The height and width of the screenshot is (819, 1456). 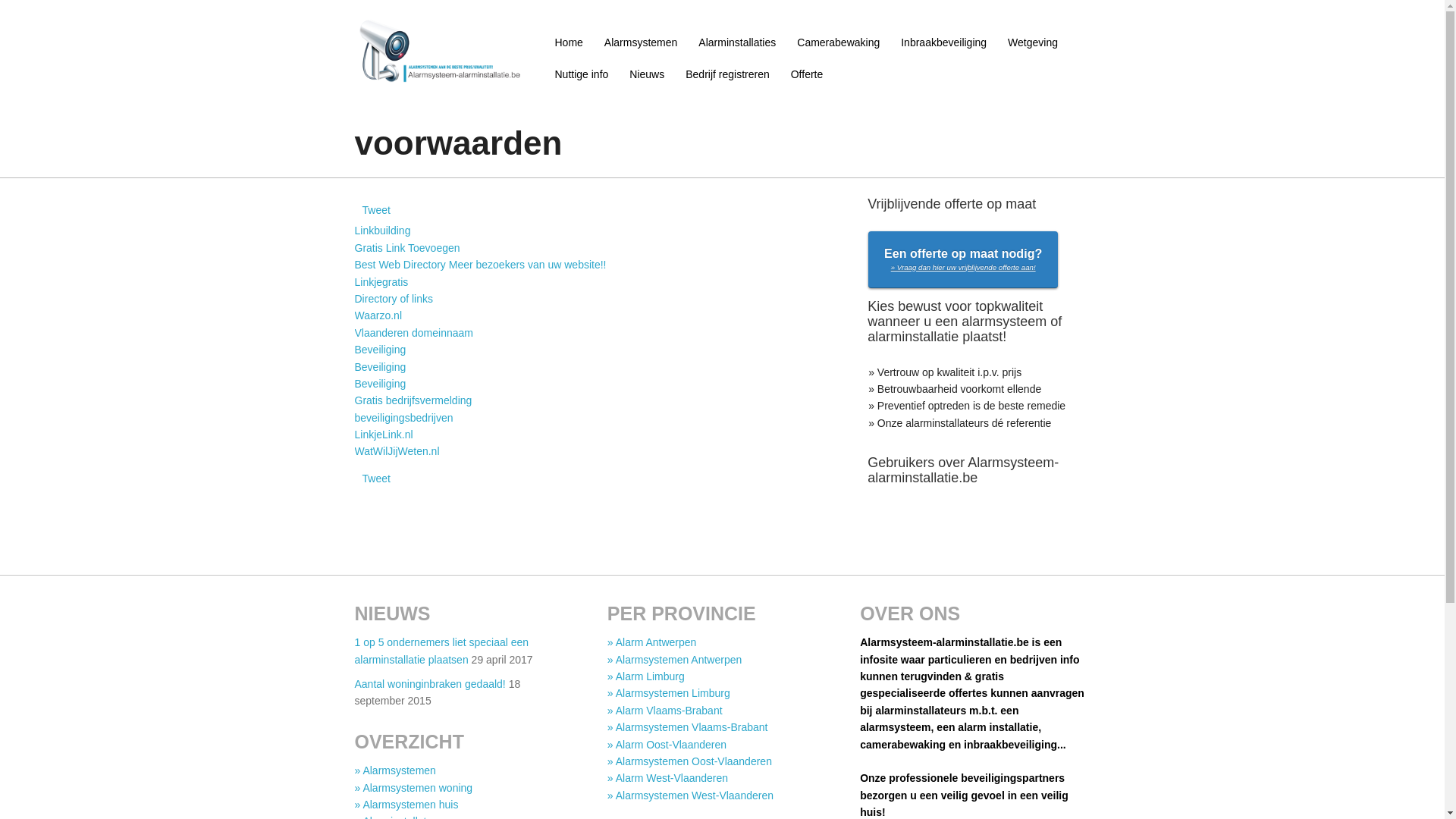 I want to click on 'Vlaanderen domeinnaam', so click(x=414, y=332).